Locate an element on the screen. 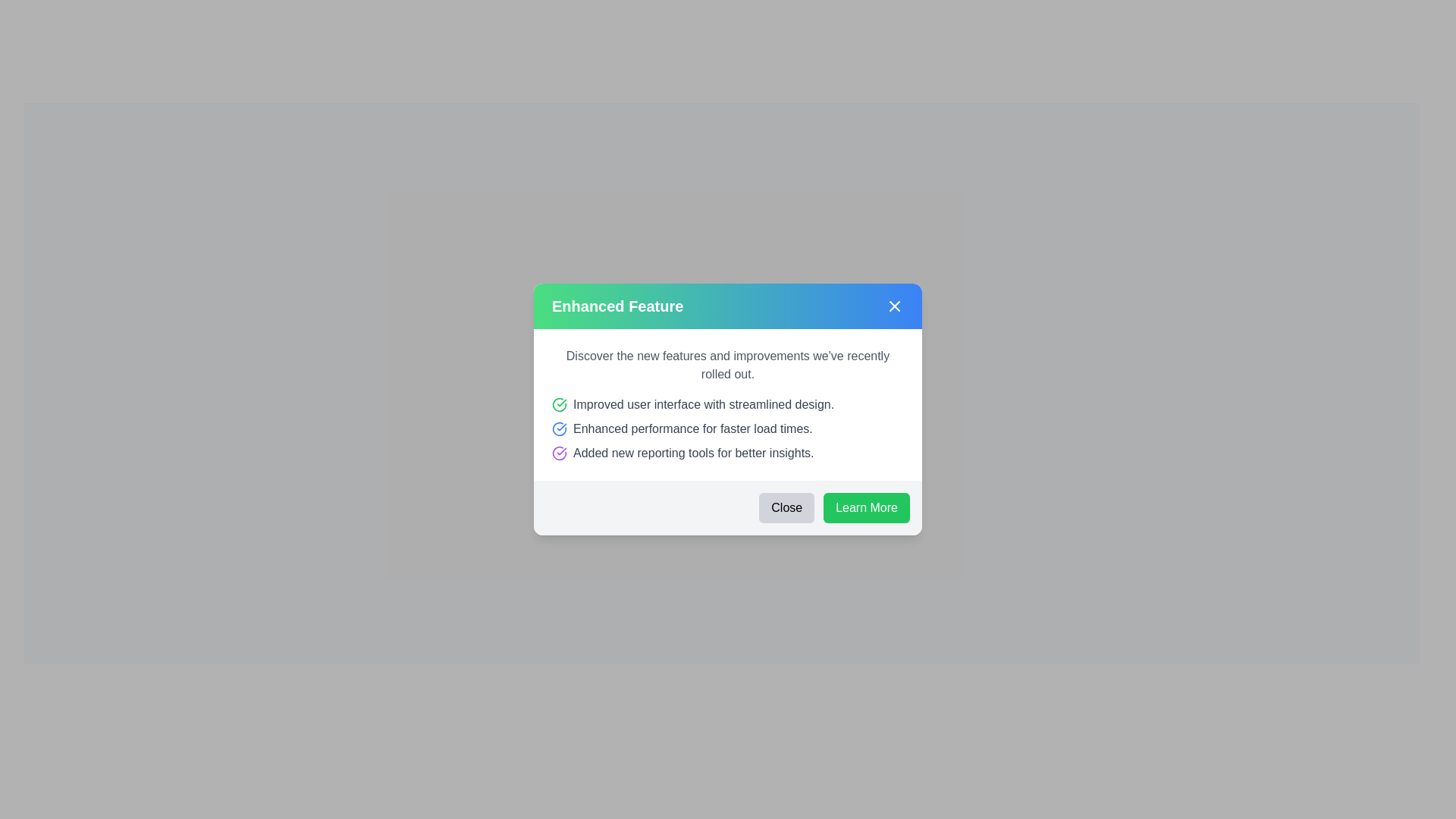  the confirmation icon located to the left of the text 'Enhanced performance for faster load times.' is located at coordinates (559, 429).